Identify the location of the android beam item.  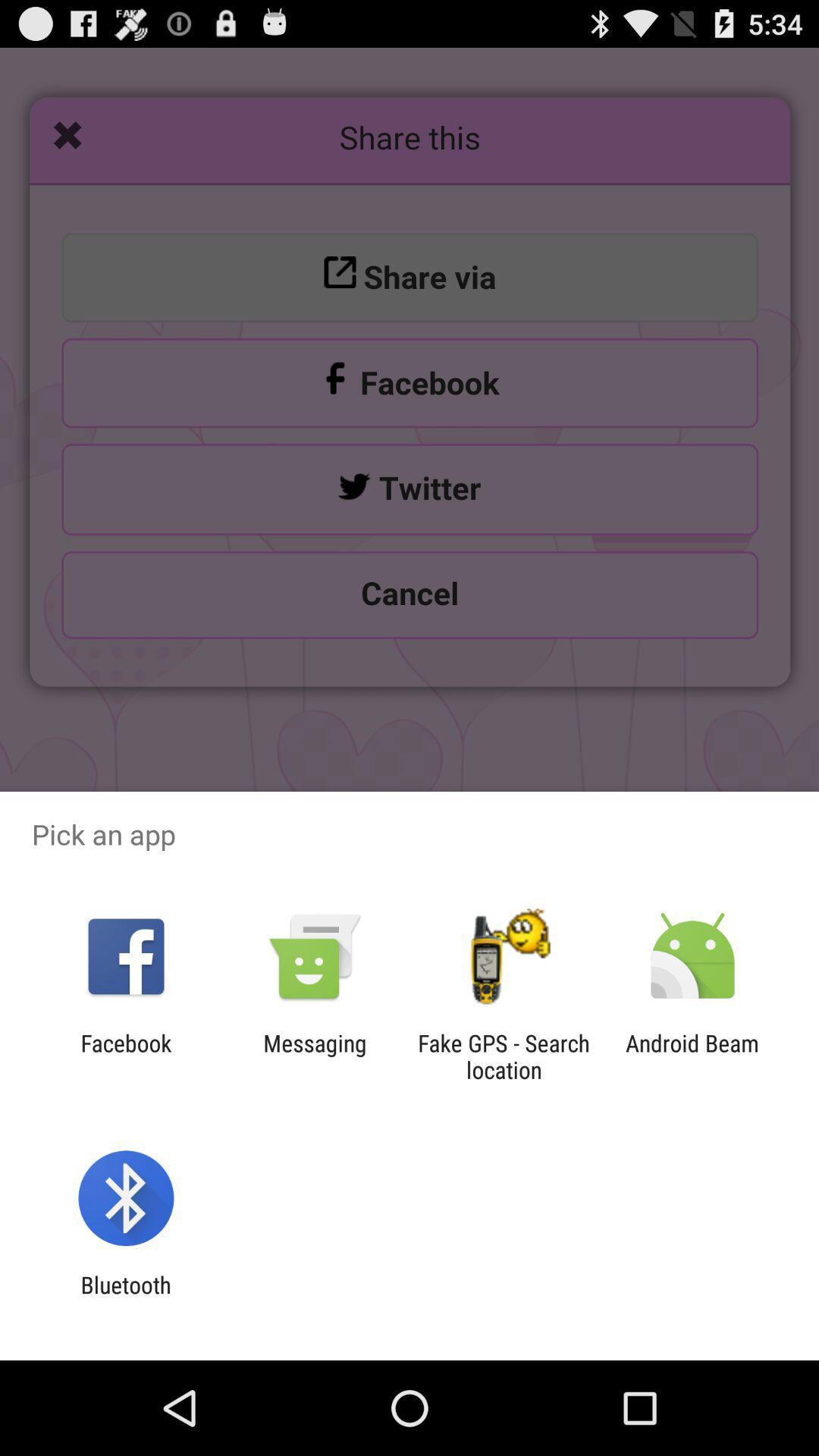
(692, 1056).